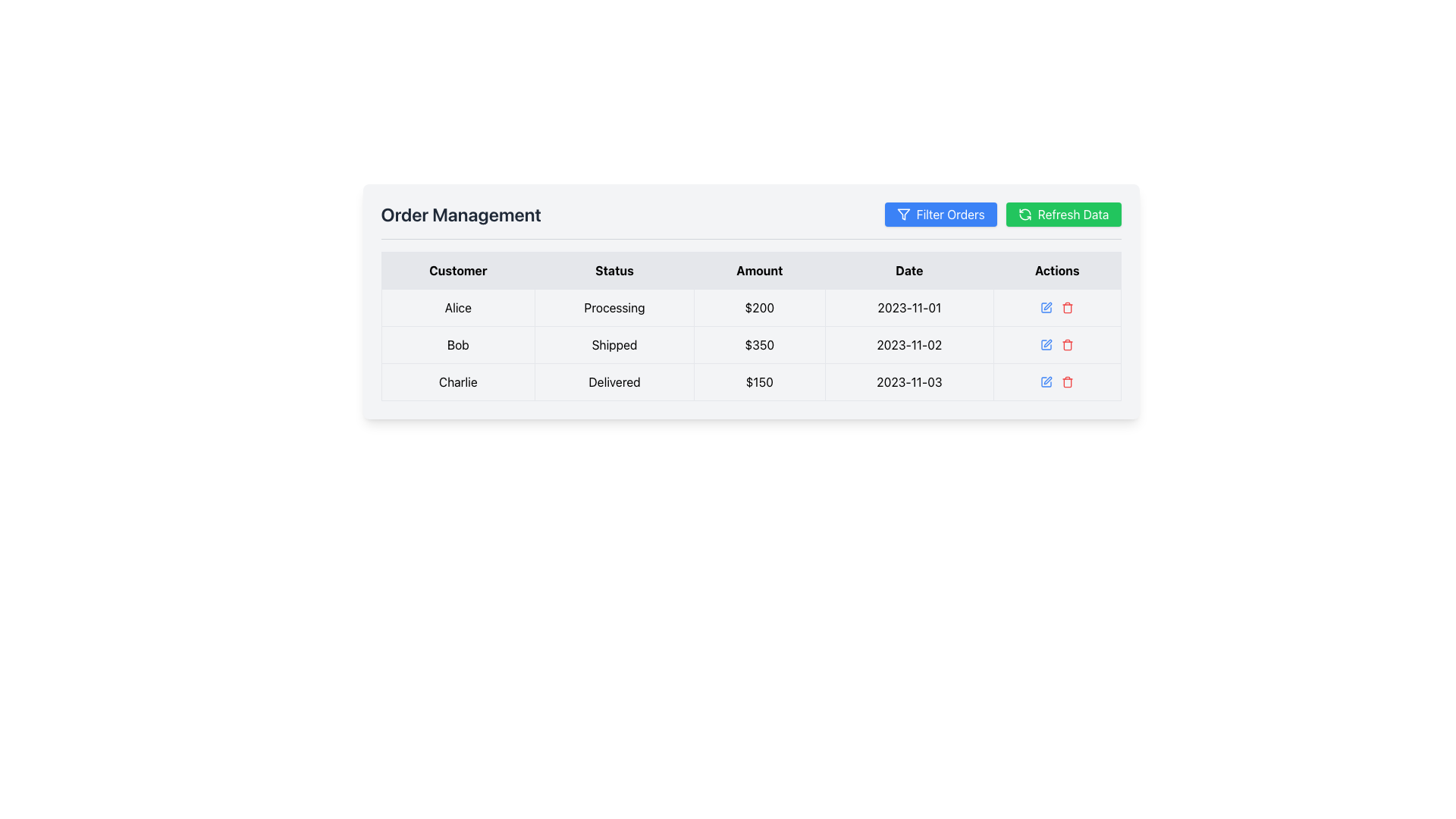  Describe the element at coordinates (457, 345) in the screenshot. I see `the text label displaying 'Bob' in the second row of the 'Customer' column in the table` at that location.